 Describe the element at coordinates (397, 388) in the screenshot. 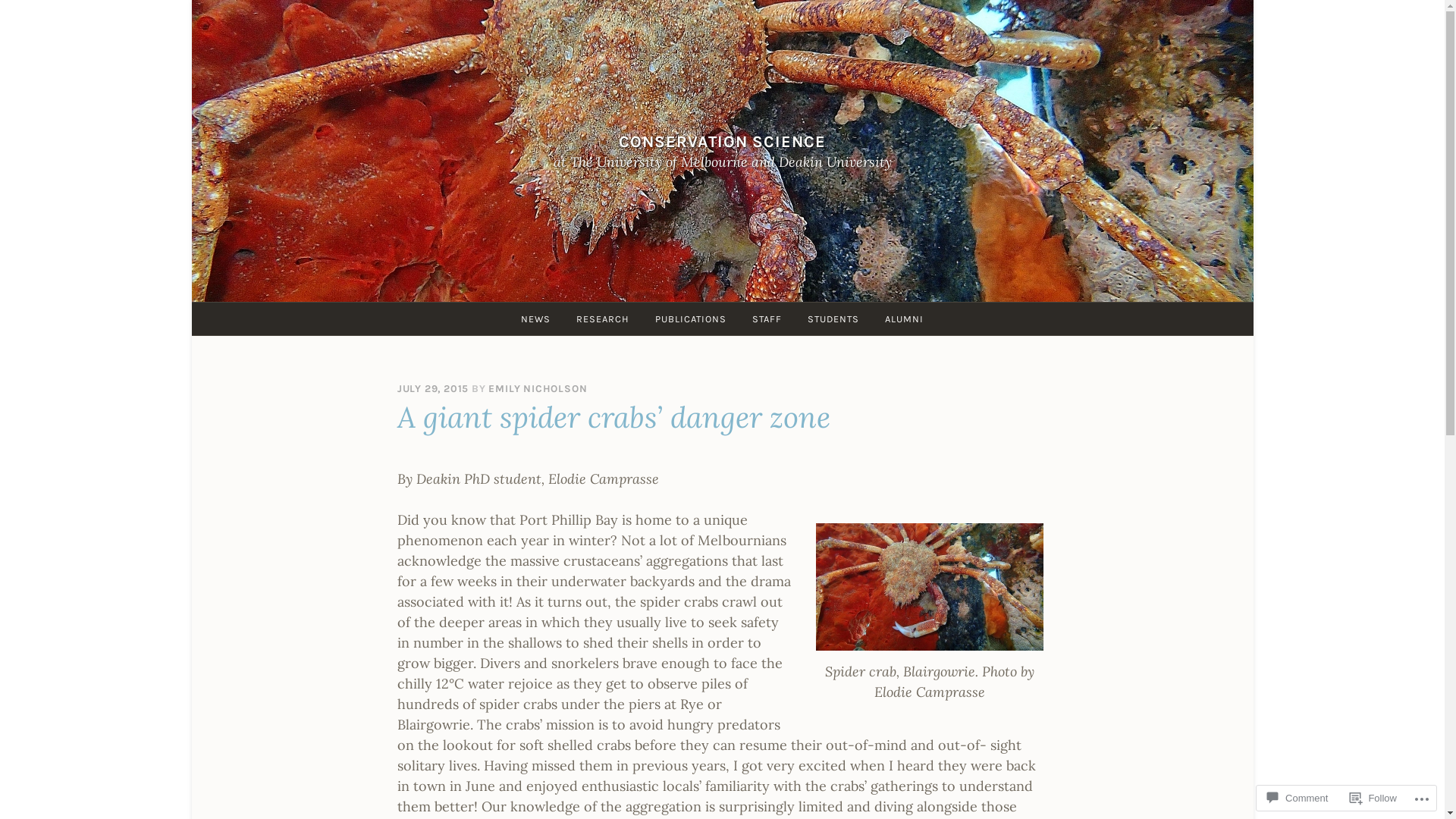

I see `'JULY 29, 2015'` at that location.